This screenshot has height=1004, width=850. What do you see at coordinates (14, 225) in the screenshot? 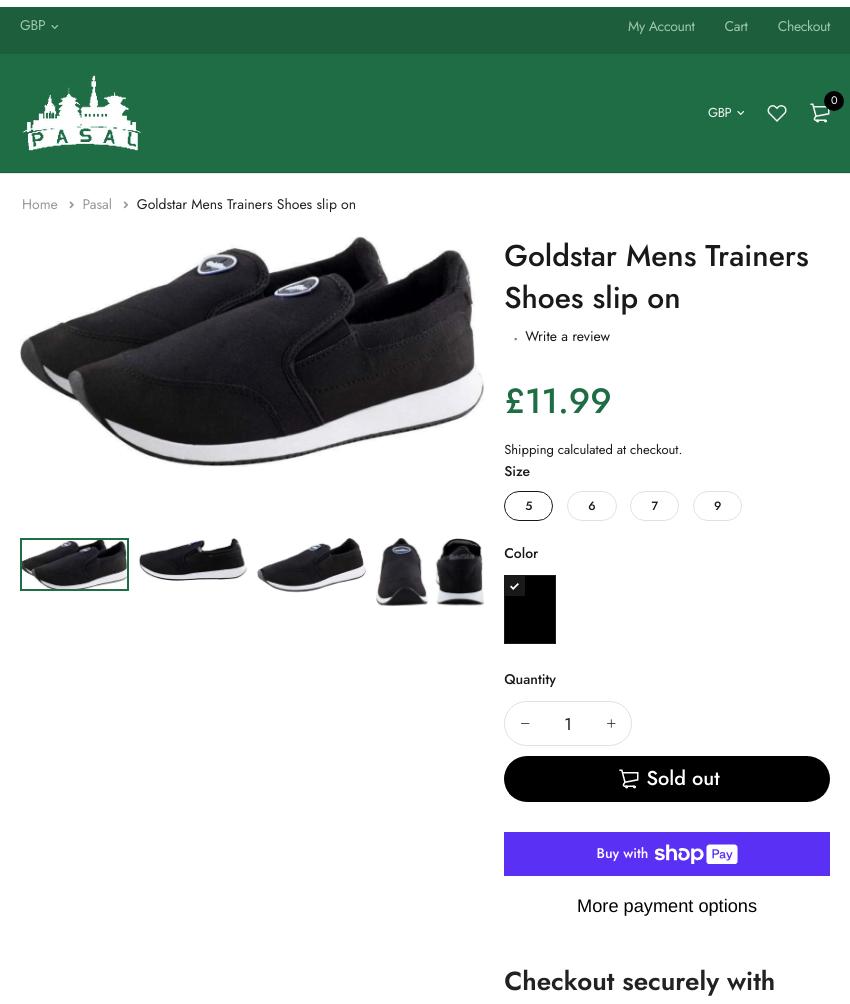
I see `'Belt'` at bounding box center [14, 225].